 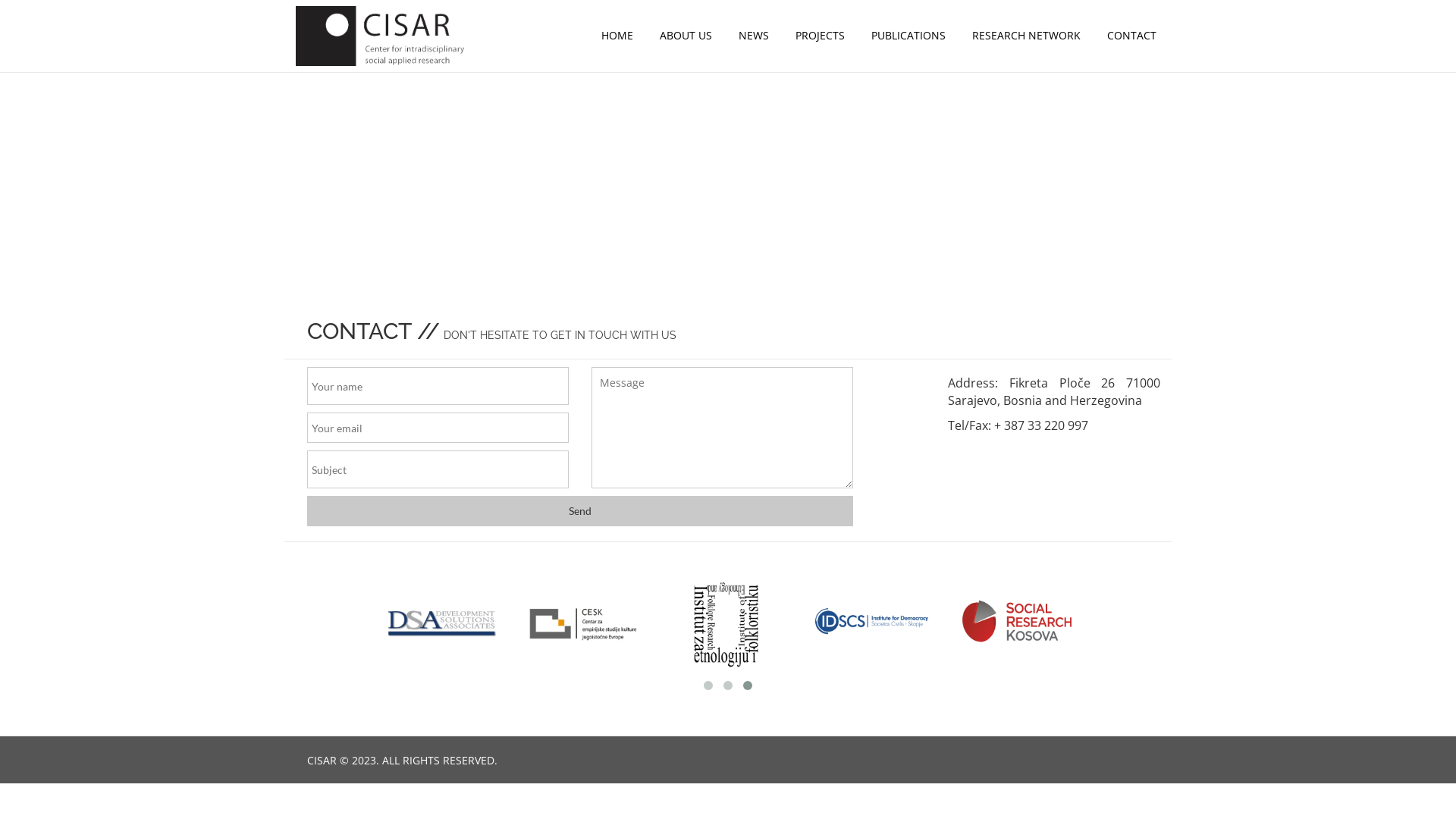 I want to click on 'PUBLICATIONS', so click(x=908, y=34).